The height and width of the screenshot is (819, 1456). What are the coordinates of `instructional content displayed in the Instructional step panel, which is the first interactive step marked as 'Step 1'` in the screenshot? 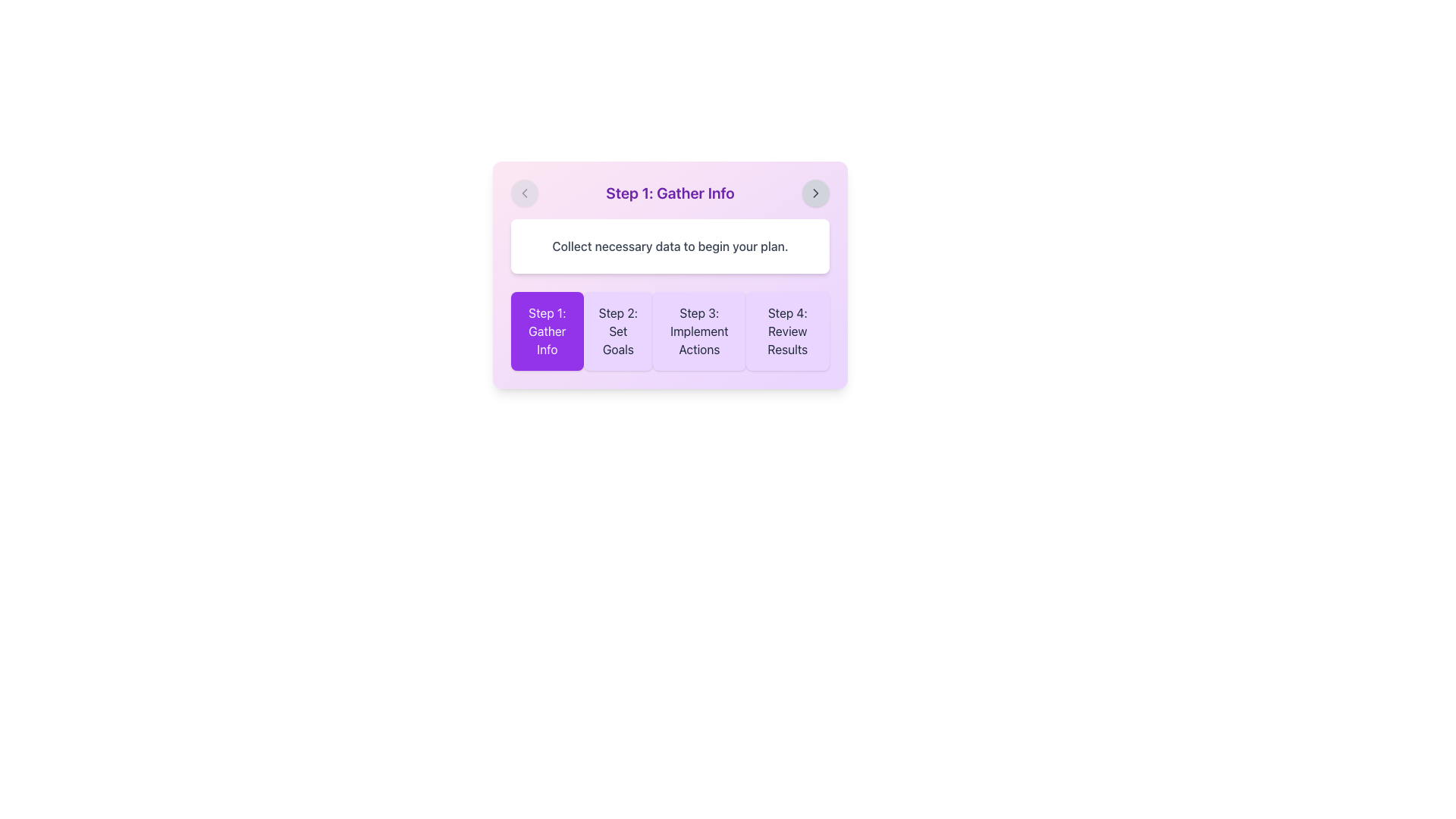 It's located at (669, 275).